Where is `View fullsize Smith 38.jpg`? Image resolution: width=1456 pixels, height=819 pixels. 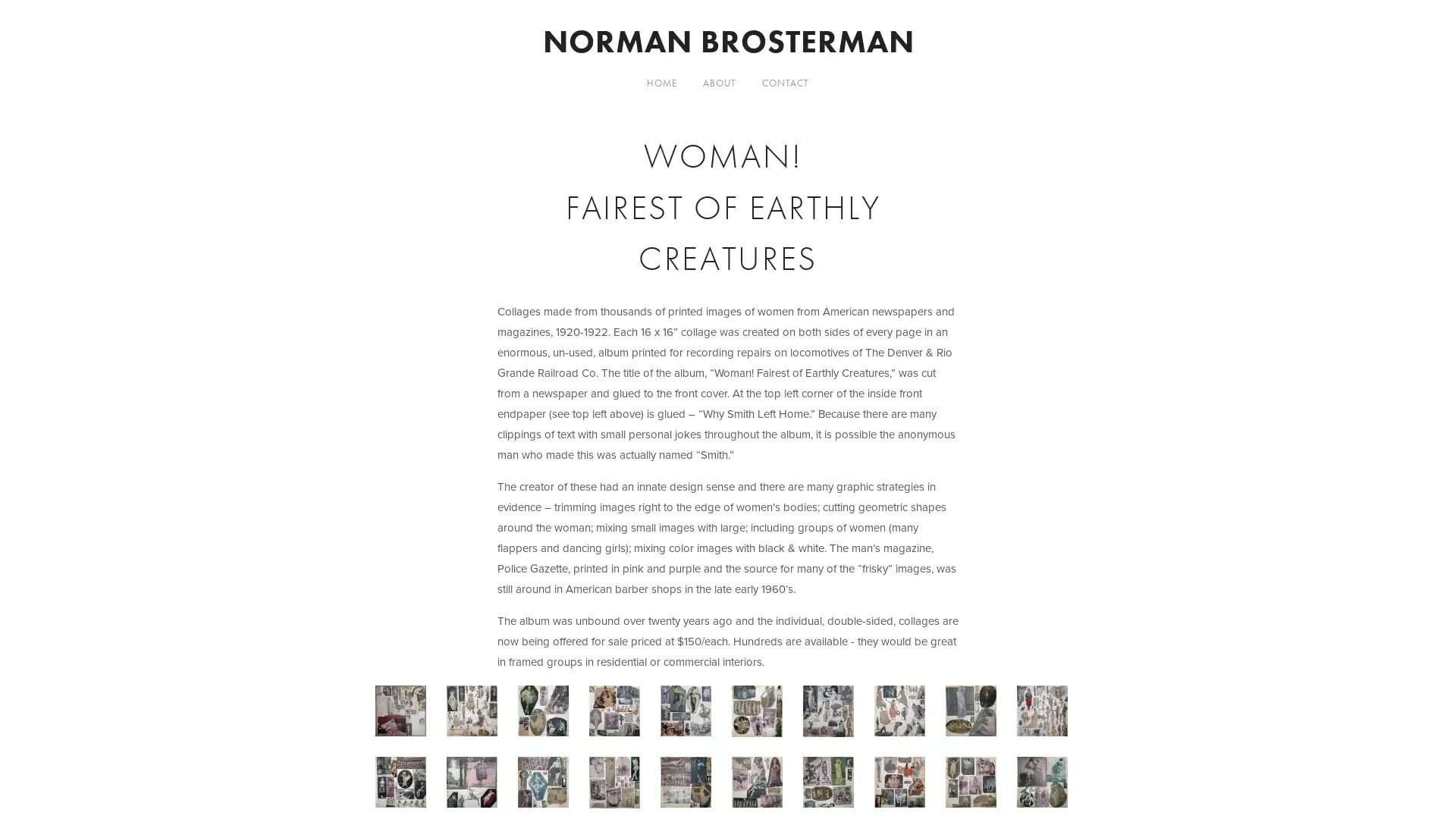 View fullsize Smith 38.jpg is located at coordinates (906, 717).